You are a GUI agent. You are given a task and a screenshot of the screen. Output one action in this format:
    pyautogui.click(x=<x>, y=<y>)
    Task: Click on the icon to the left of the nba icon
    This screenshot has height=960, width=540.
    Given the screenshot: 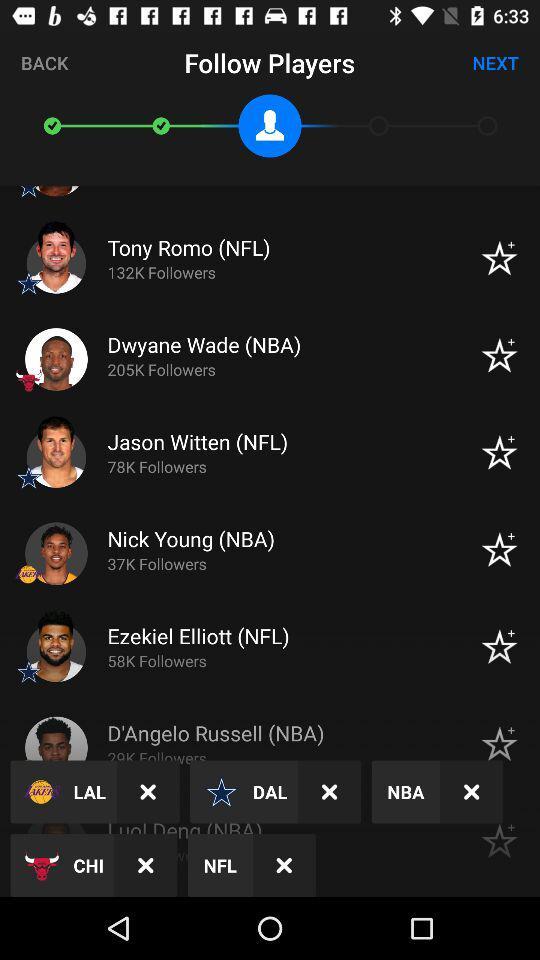 What is the action you would take?
    pyautogui.click(x=329, y=792)
    